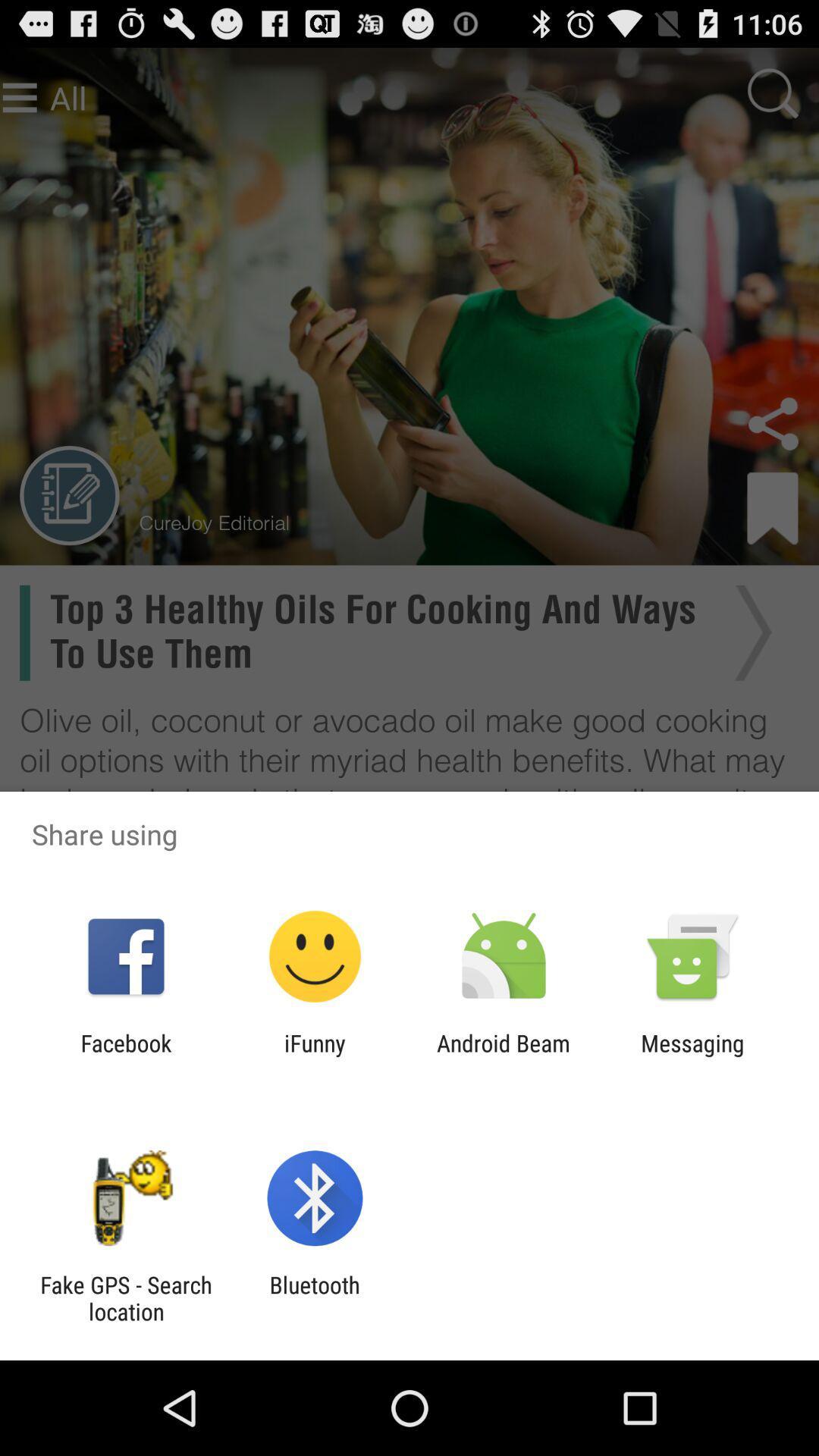 The width and height of the screenshot is (819, 1456). Describe the element at coordinates (125, 1298) in the screenshot. I see `icon to the left of the bluetooth item` at that location.